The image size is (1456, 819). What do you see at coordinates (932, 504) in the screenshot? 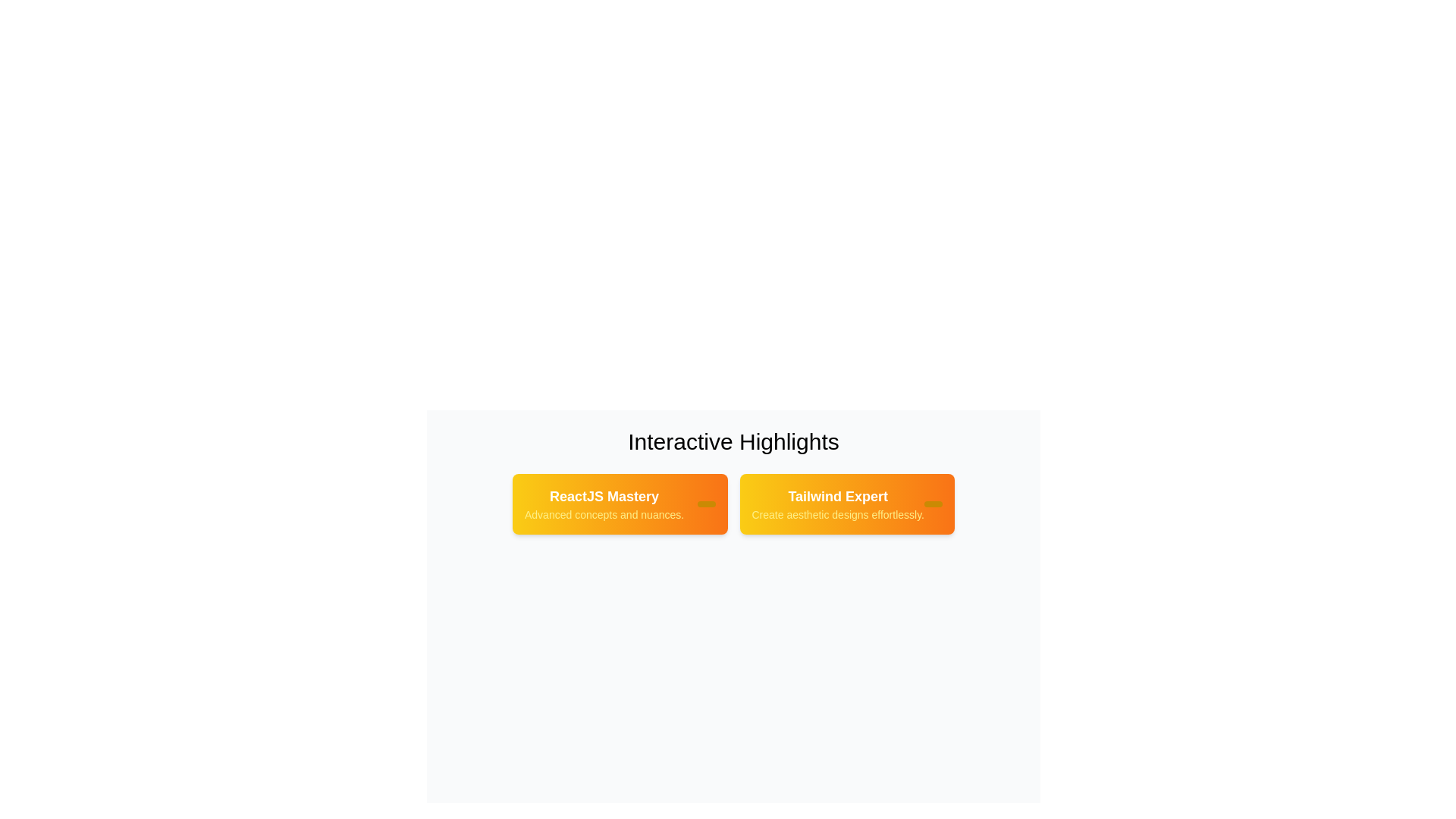
I see `the close button of the tag labeled 'Tailwind Expert'` at bounding box center [932, 504].